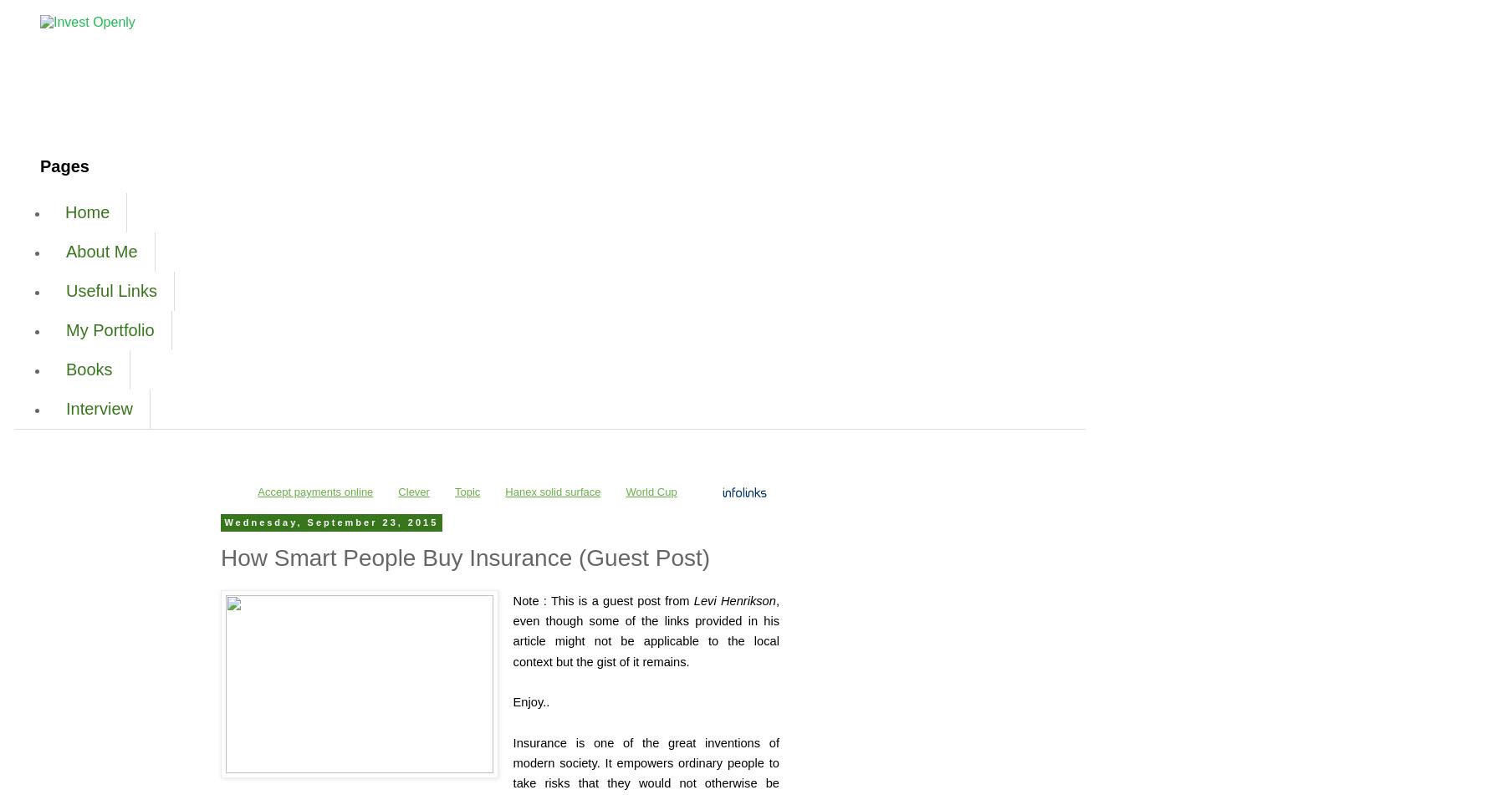 The image size is (1512, 795). What do you see at coordinates (88, 369) in the screenshot?
I see `'Books'` at bounding box center [88, 369].